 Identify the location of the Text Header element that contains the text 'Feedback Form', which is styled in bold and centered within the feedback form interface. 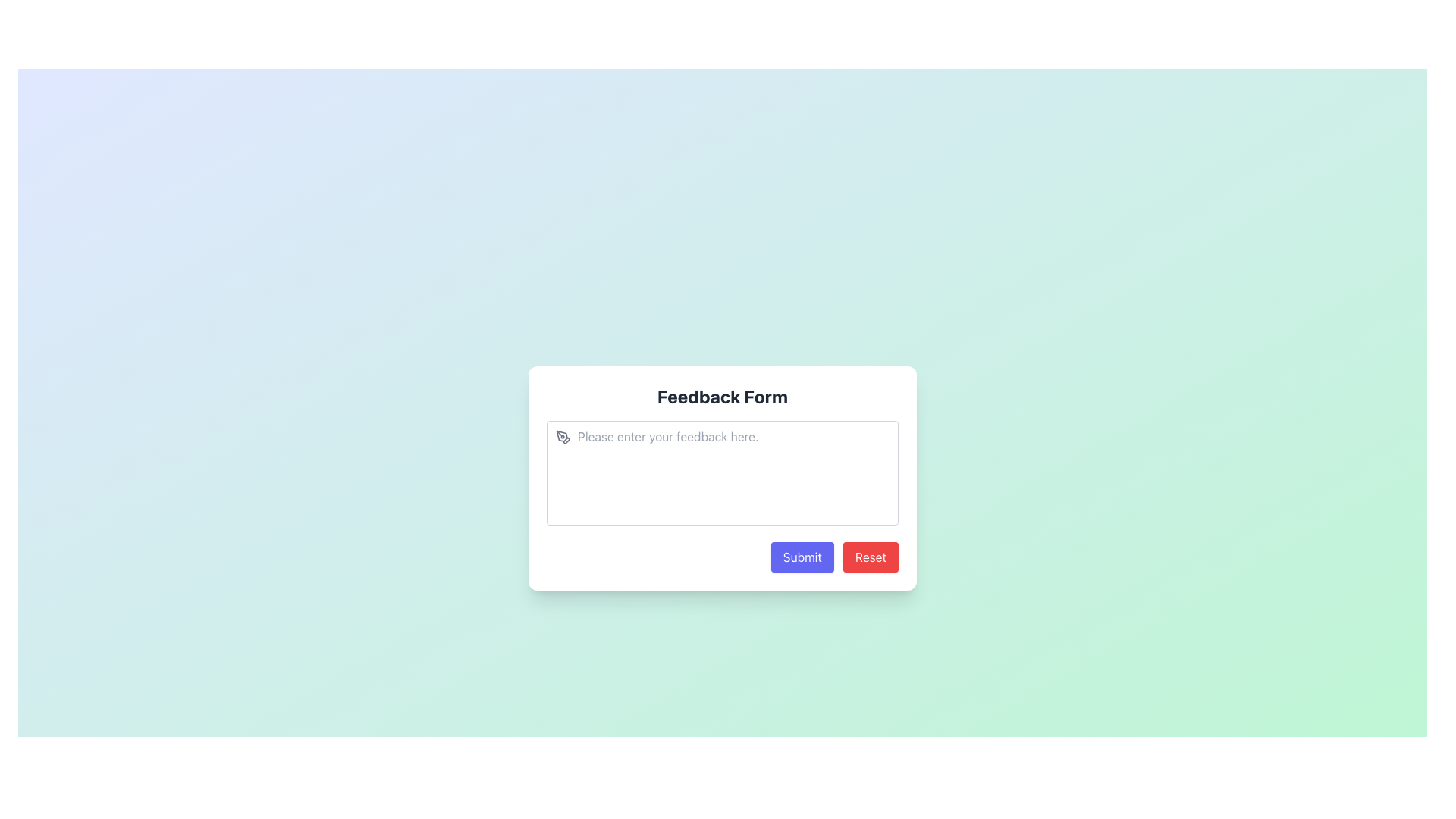
(722, 396).